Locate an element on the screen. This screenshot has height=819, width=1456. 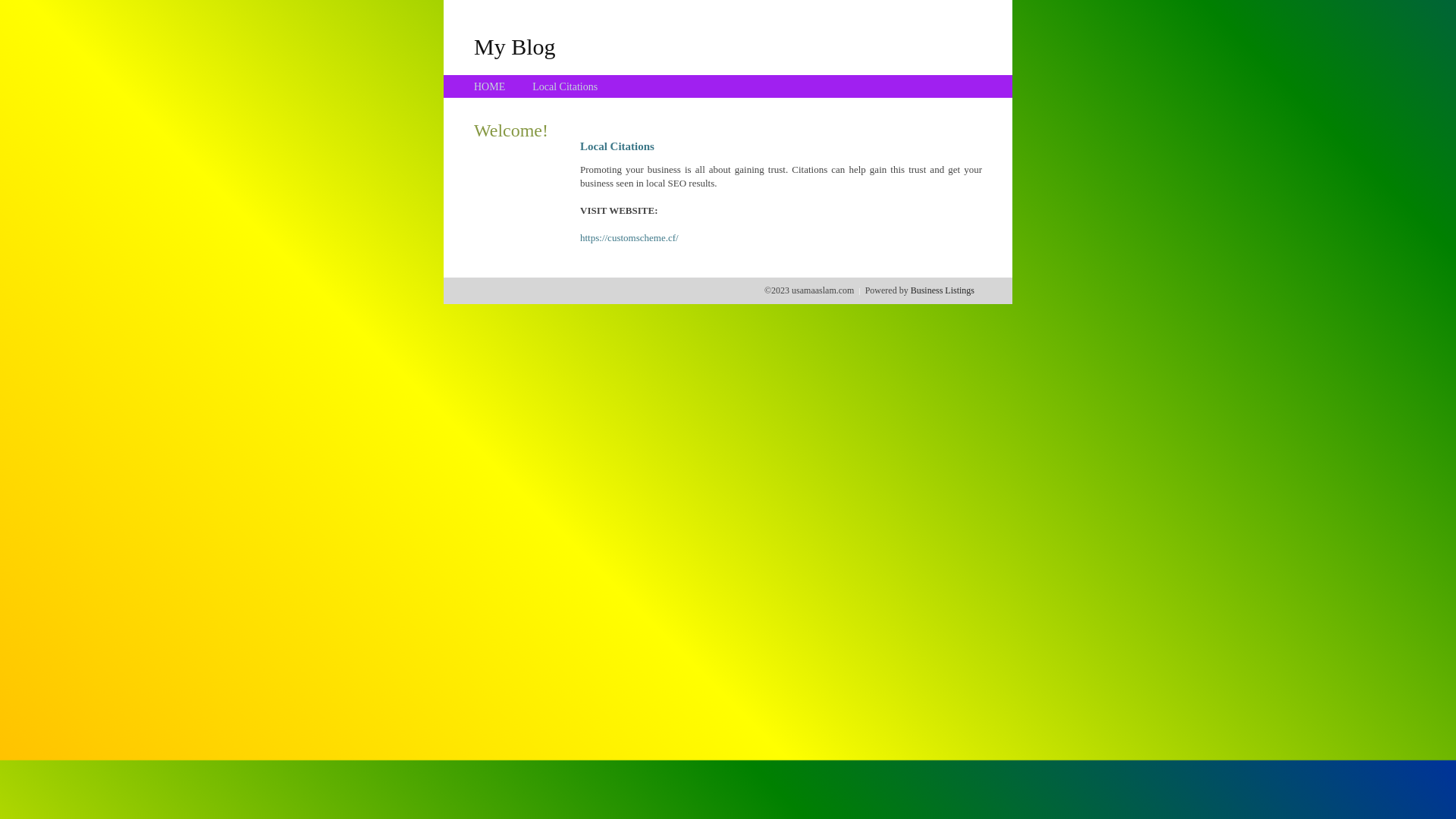
'HOME' is located at coordinates (489, 86).